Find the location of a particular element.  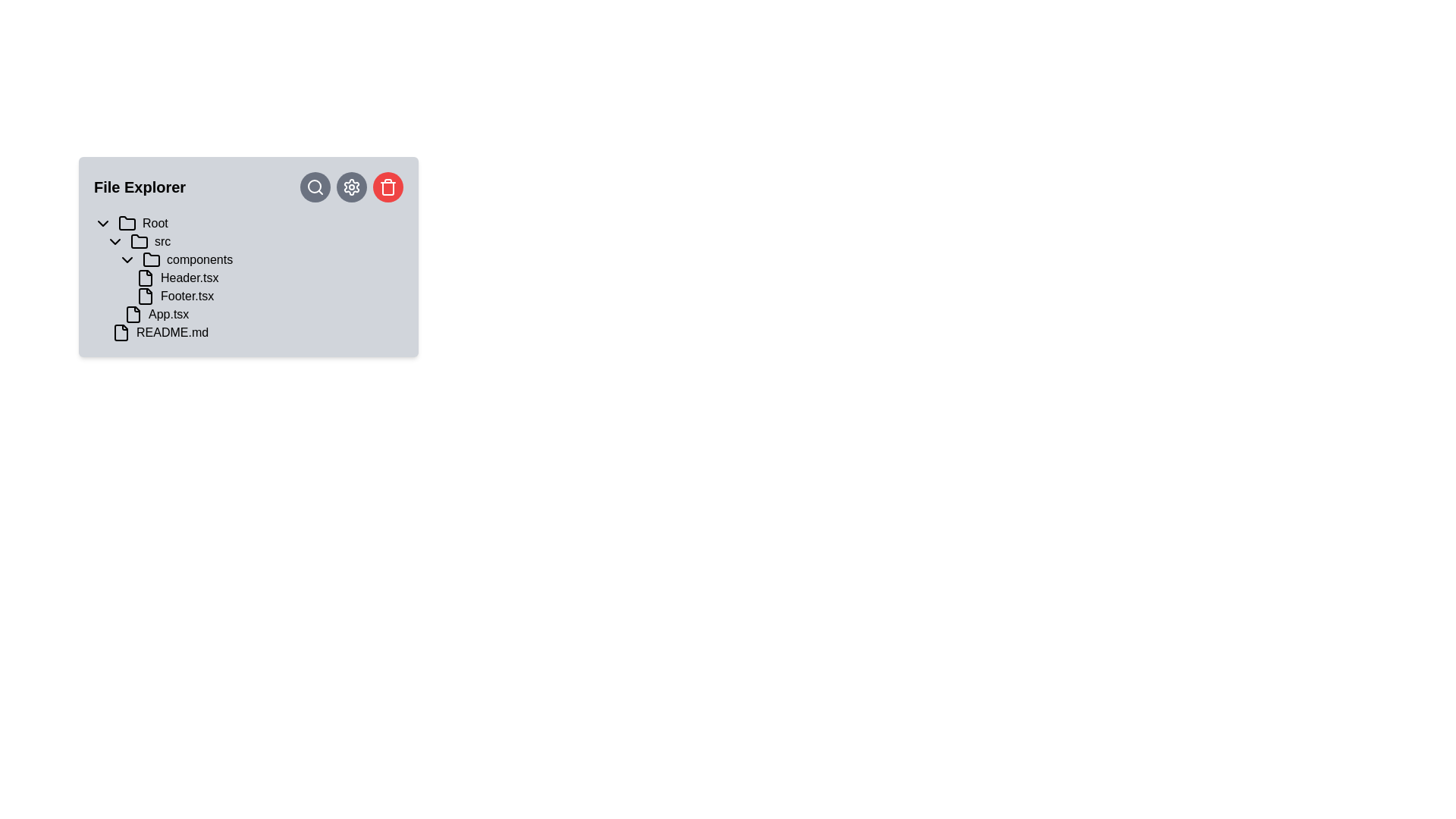

the downward chevron icon is located at coordinates (115, 241).